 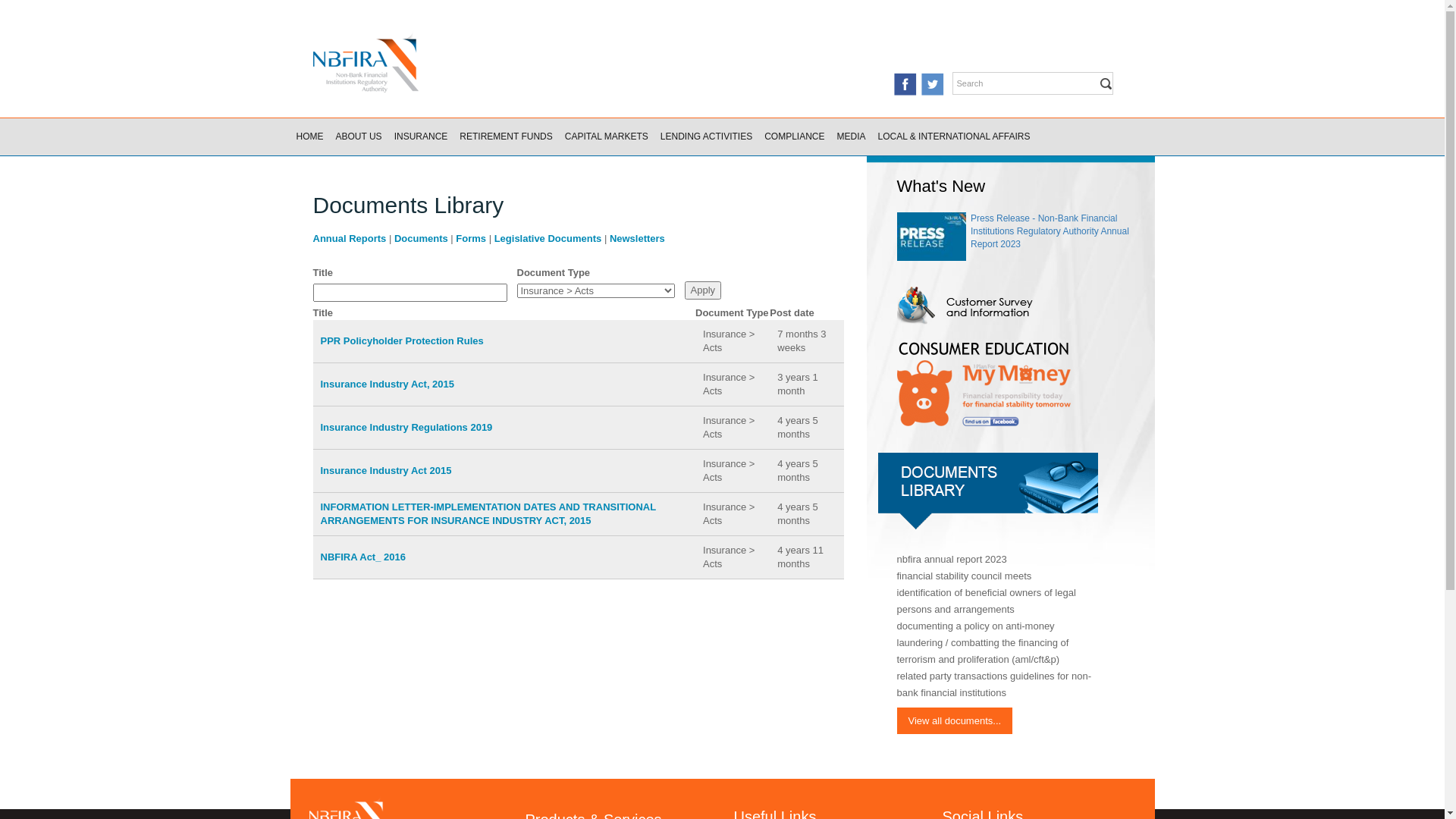 I want to click on 'Enter the terms you wish to search for.', so click(x=1027, y=83).